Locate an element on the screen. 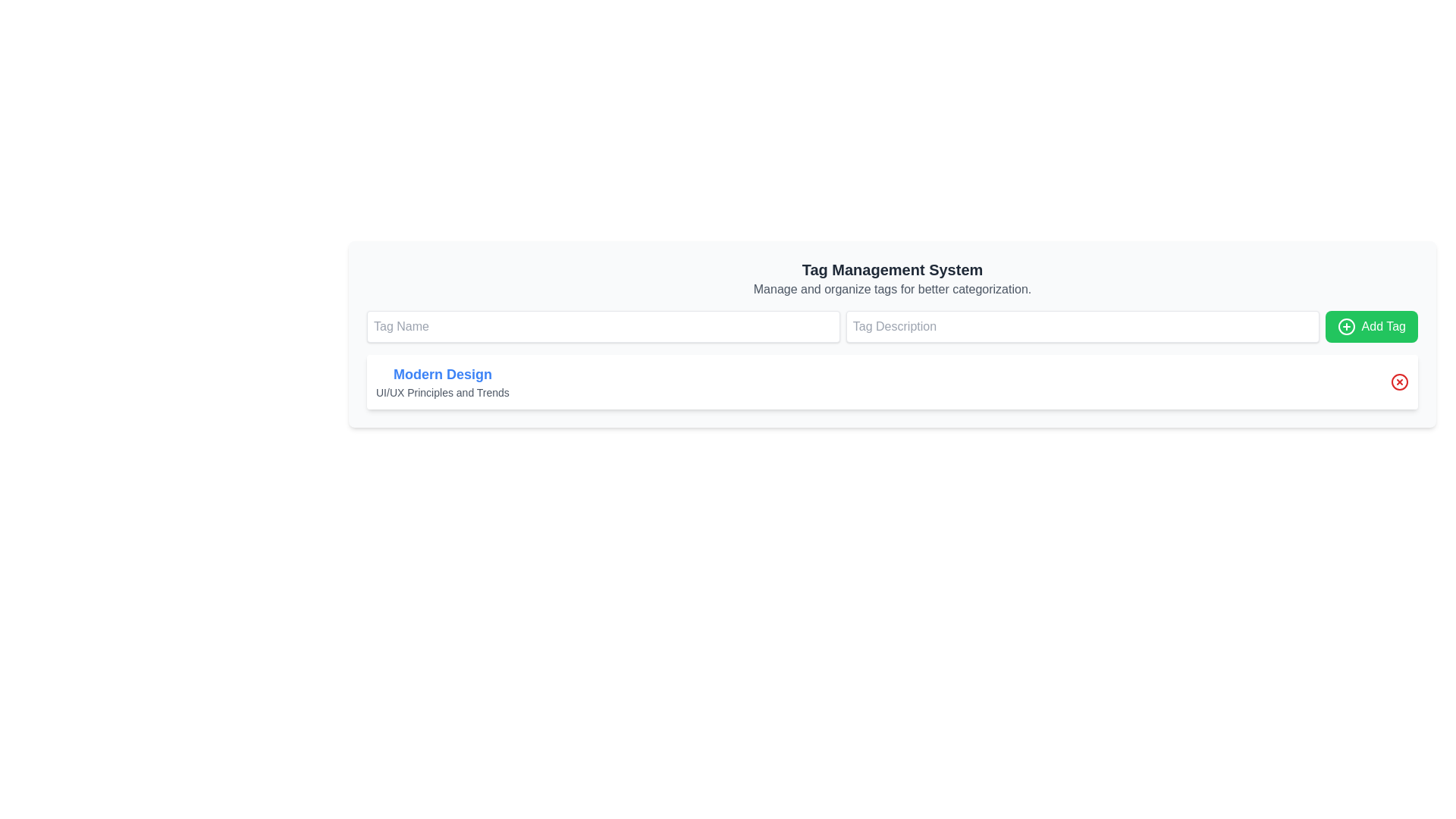  the text input field with placeholder 'Tag Description' in the Tag Management System is located at coordinates (892, 326).